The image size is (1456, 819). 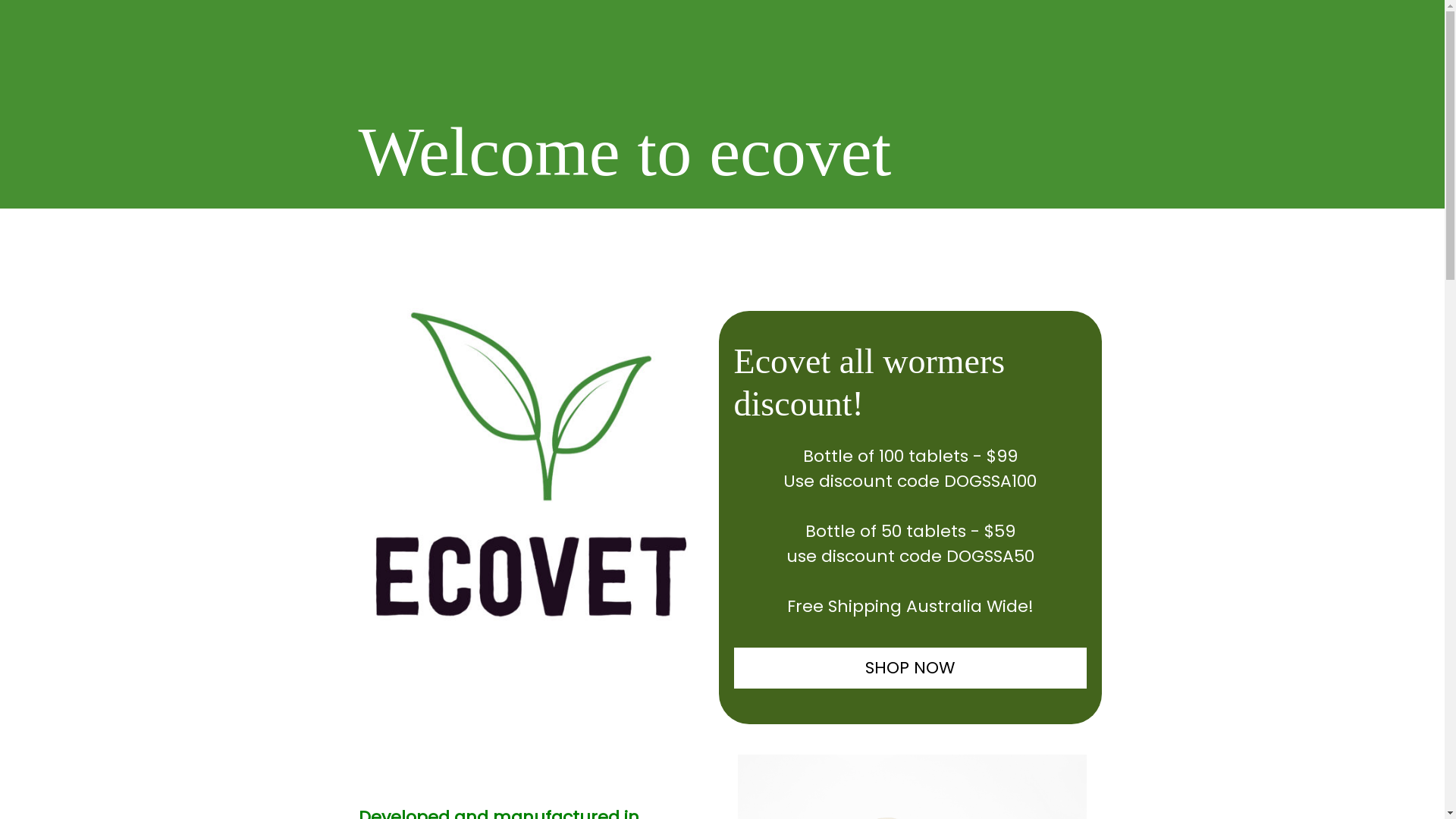 I want to click on 'SHOP NOW', so click(x=910, y=667).